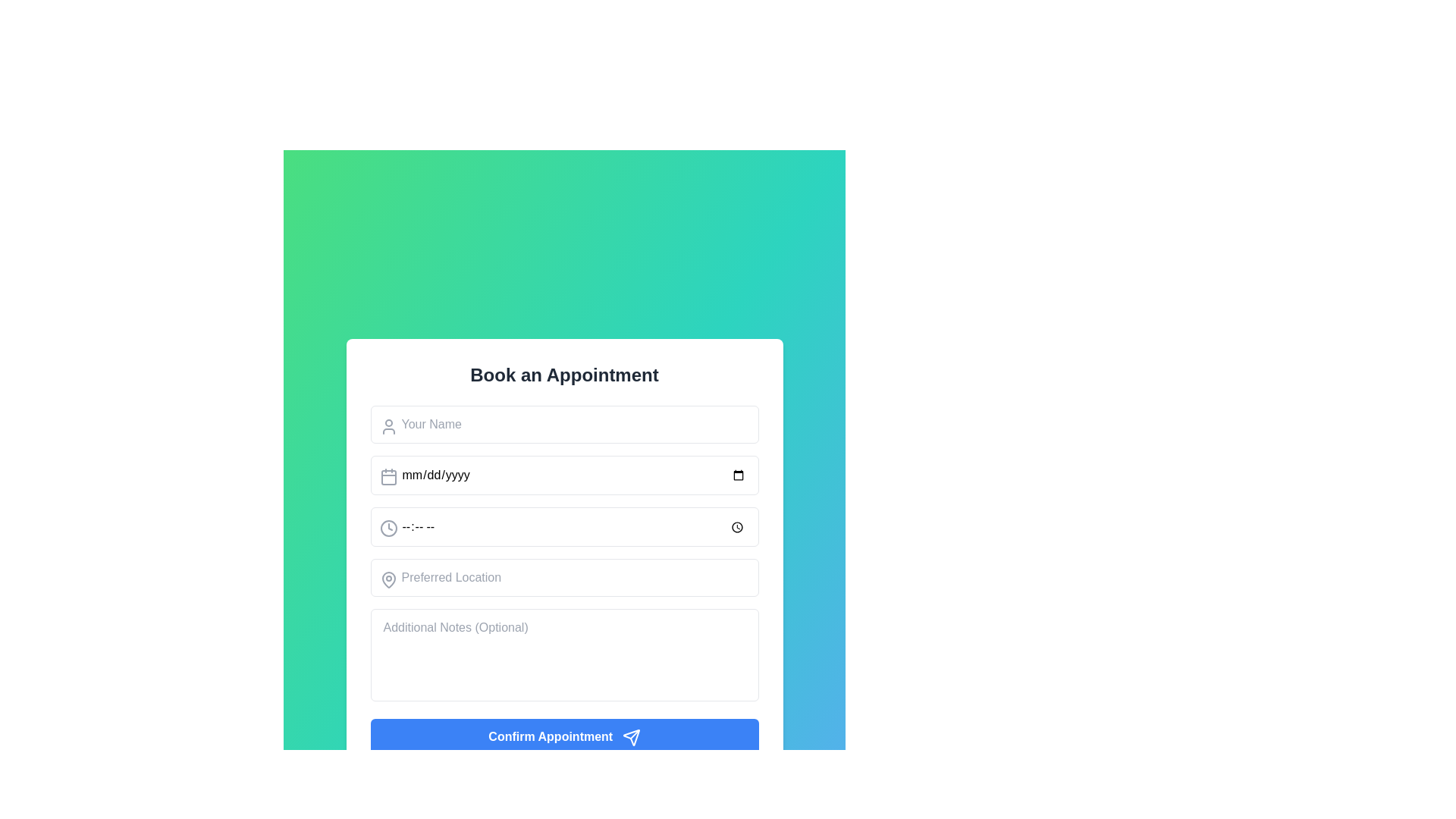 The height and width of the screenshot is (819, 1456). I want to click on the 'Confirm Appointment' button, which is styled with a blue background and white text, located at the bottom of the form layout, so click(563, 736).